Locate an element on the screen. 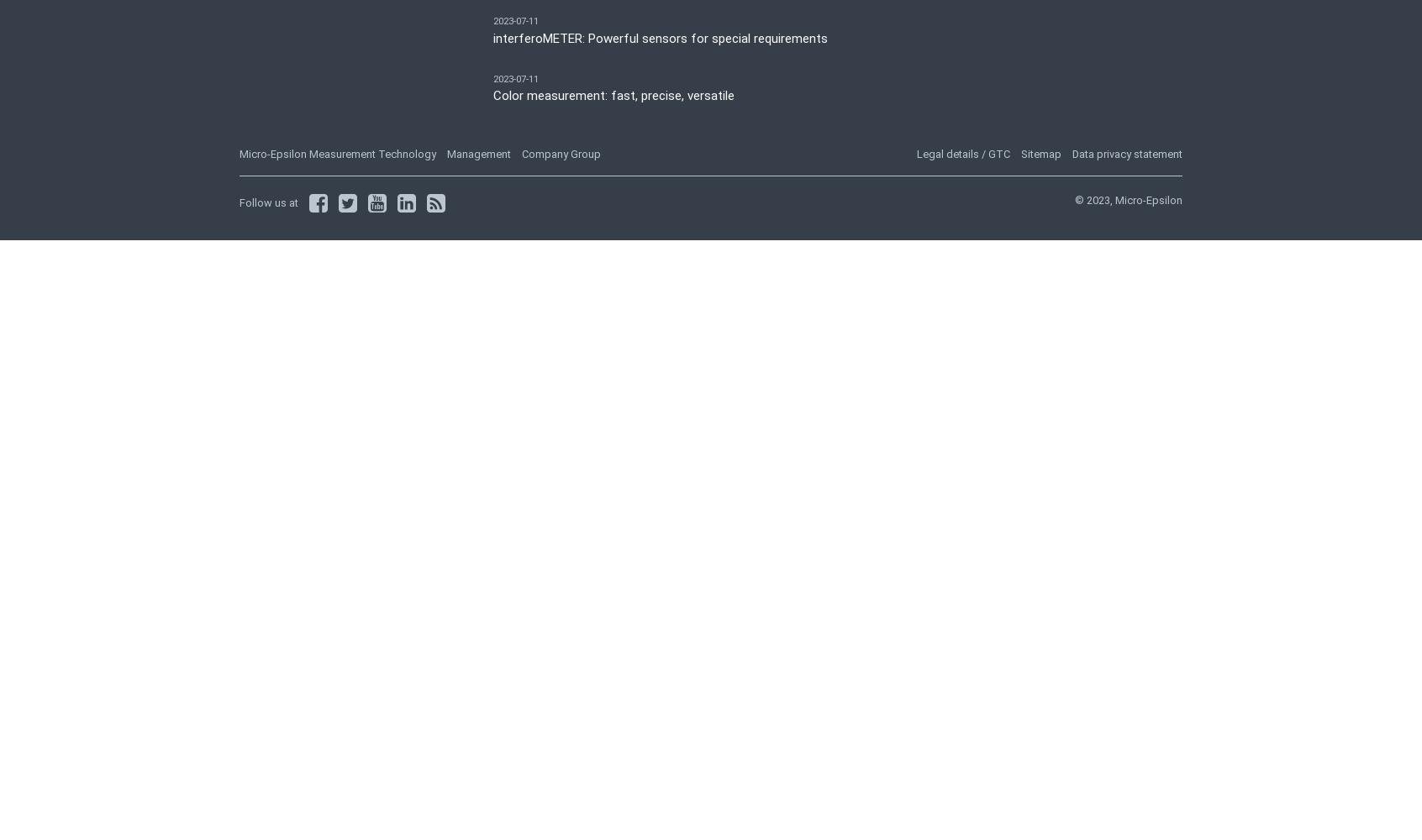 This screenshot has height=840, width=1422. 'Company Group' is located at coordinates (561, 154).